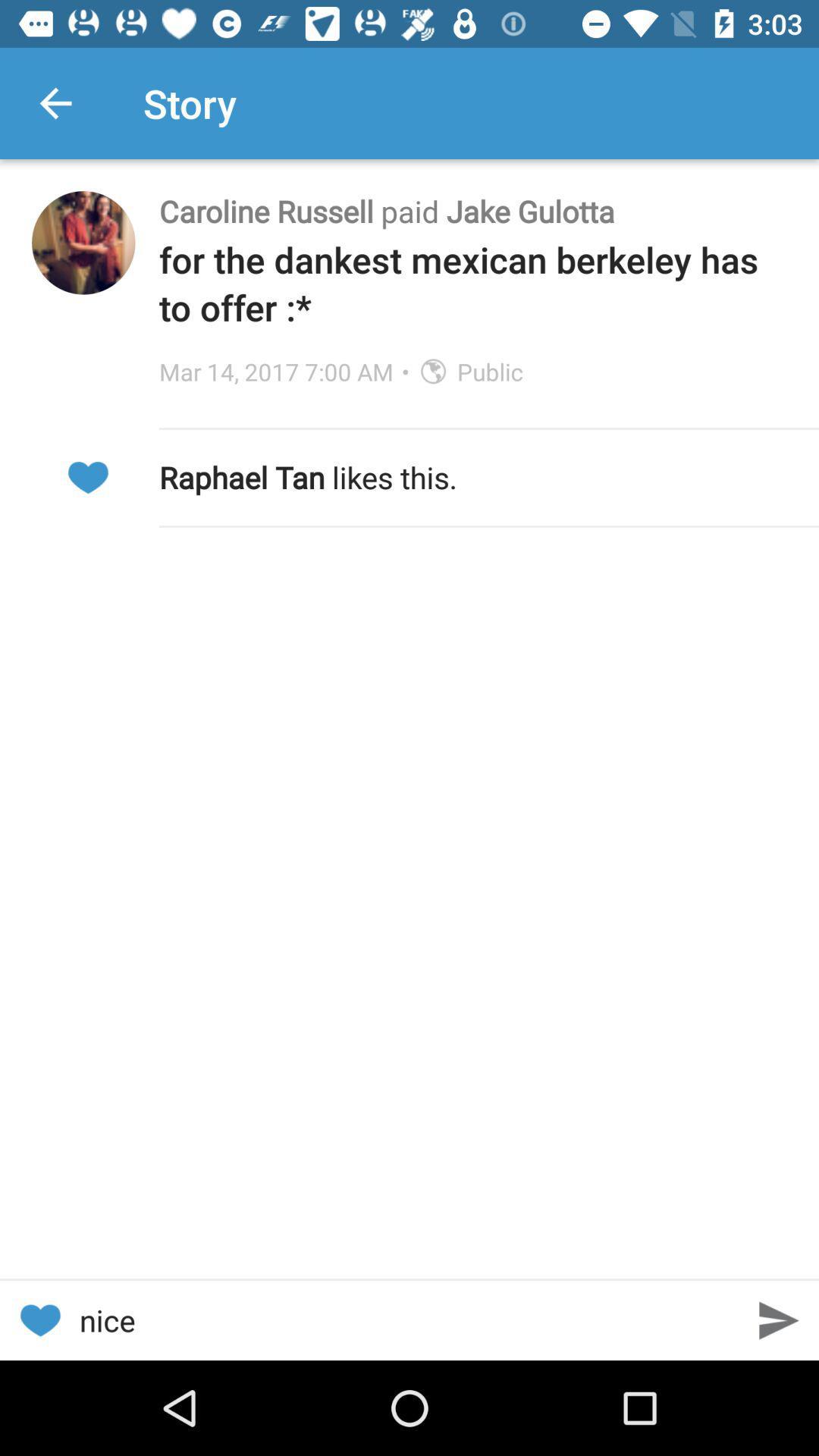  Describe the element at coordinates (472, 210) in the screenshot. I see `the item below story app` at that location.